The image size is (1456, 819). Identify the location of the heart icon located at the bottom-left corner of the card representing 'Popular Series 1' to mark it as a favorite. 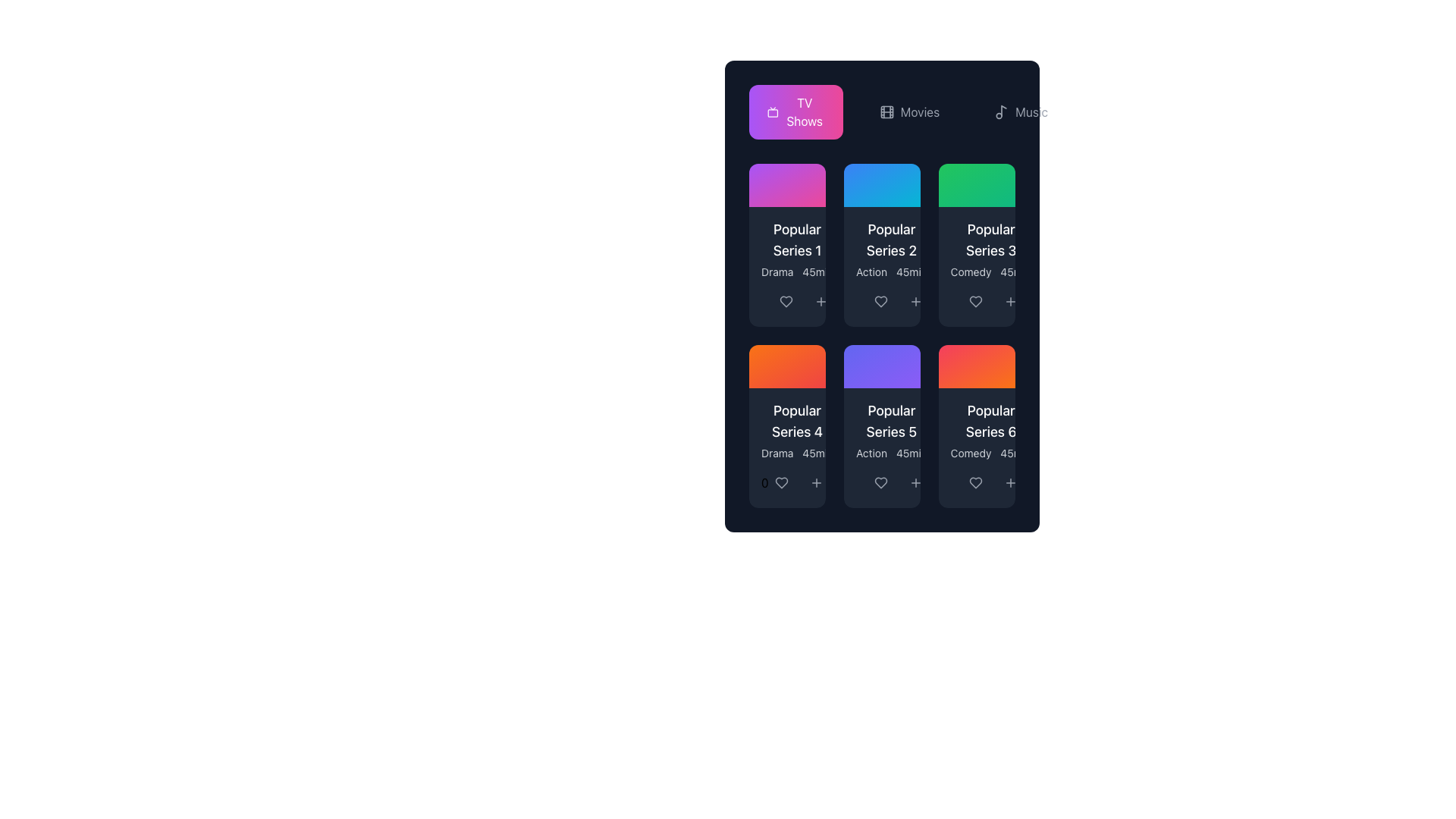
(786, 301).